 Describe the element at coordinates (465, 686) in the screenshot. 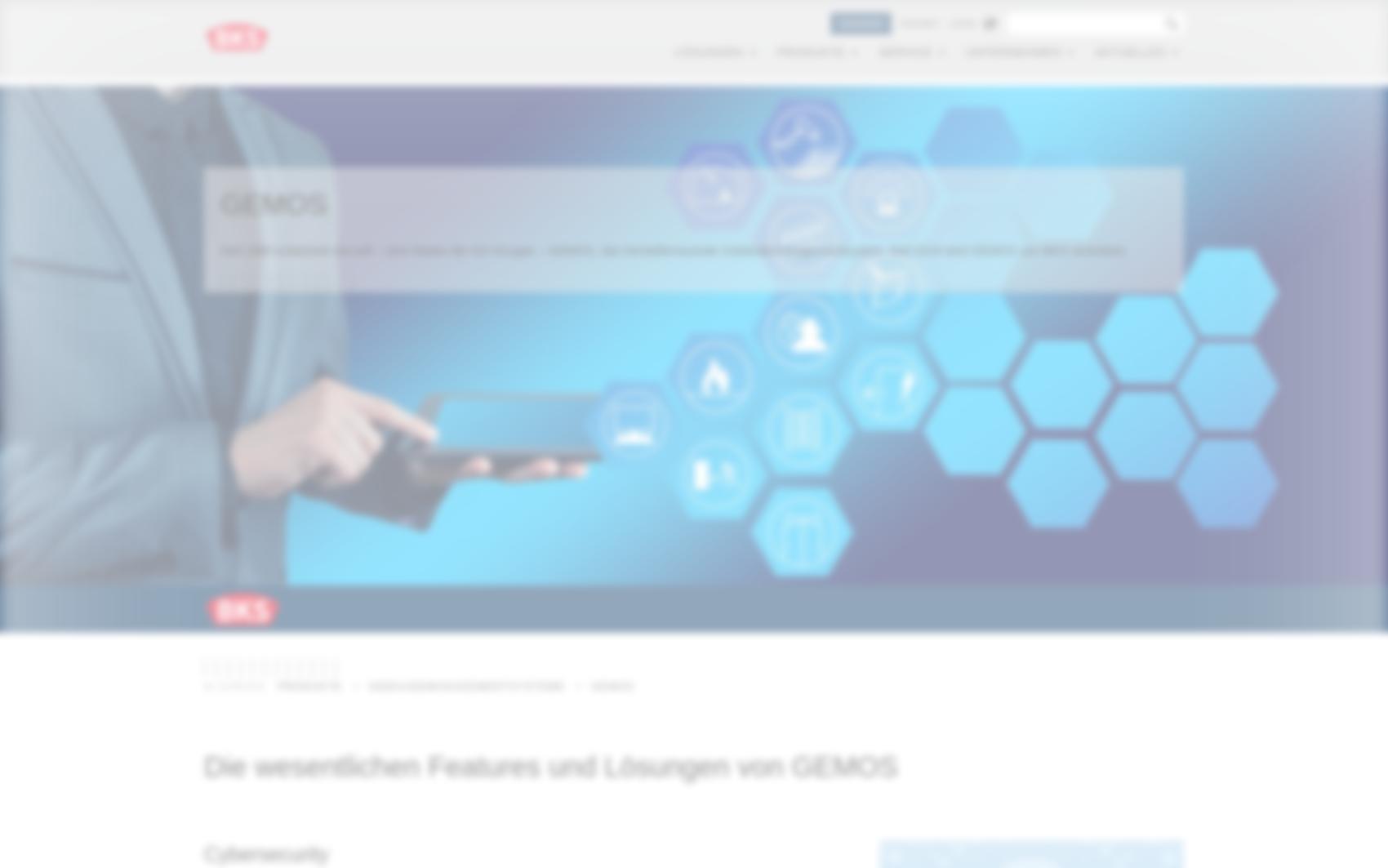

I see `'Gebäudemanagementsysteme'` at that location.